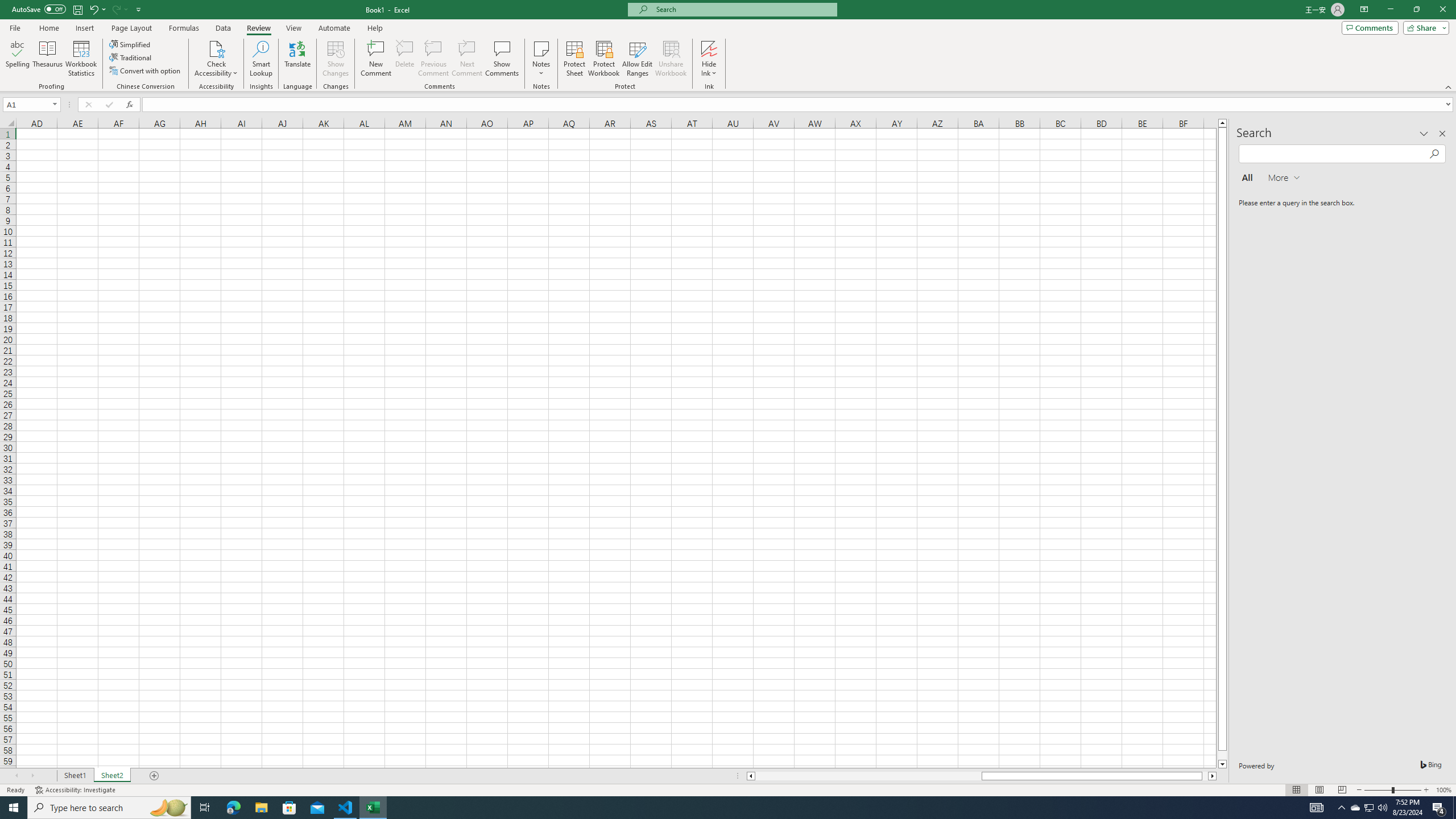  Describe the element at coordinates (541, 59) in the screenshot. I see `'Notes'` at that location.